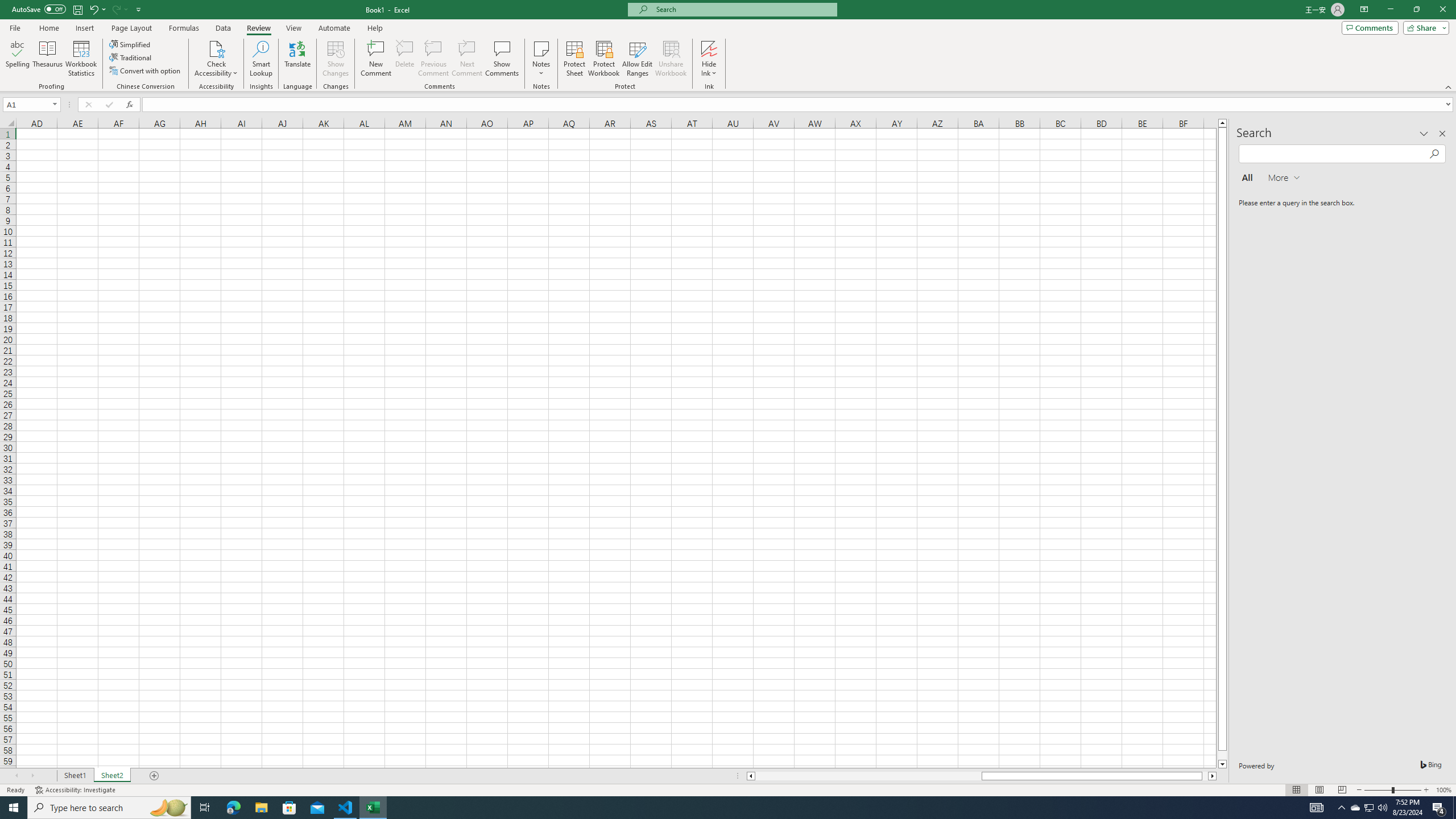  Describe the element at coordinates (541, 59) in the screenshot. I see `'Notes'` at that location.